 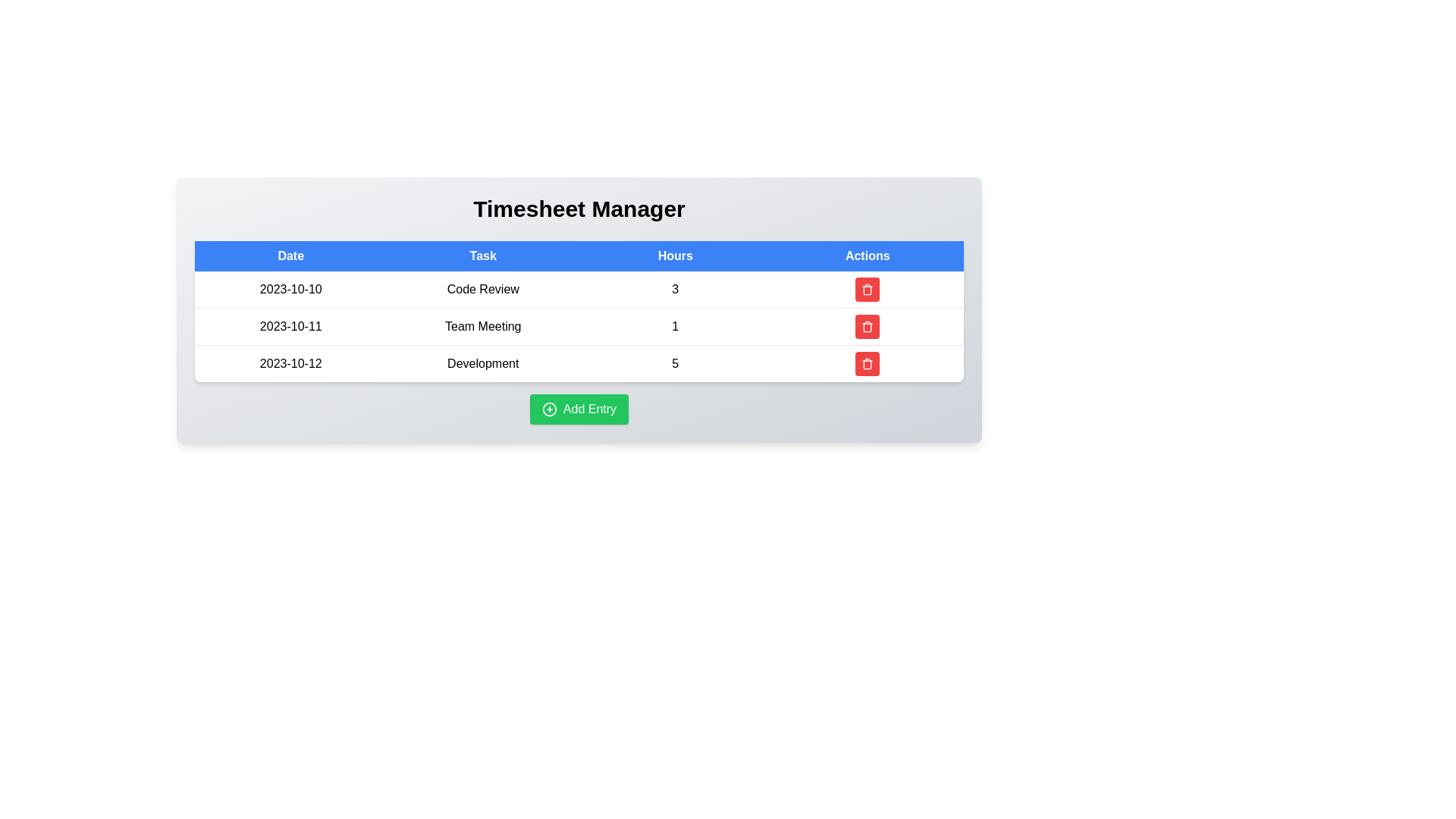 What do you see at coordinates (578, 290) in the screenshot?
I see `the first row of the table, which contains the date '2023-10-10', the text 'Code Review', the number '3', and a trash icon button` at bounding box center [578, 290].